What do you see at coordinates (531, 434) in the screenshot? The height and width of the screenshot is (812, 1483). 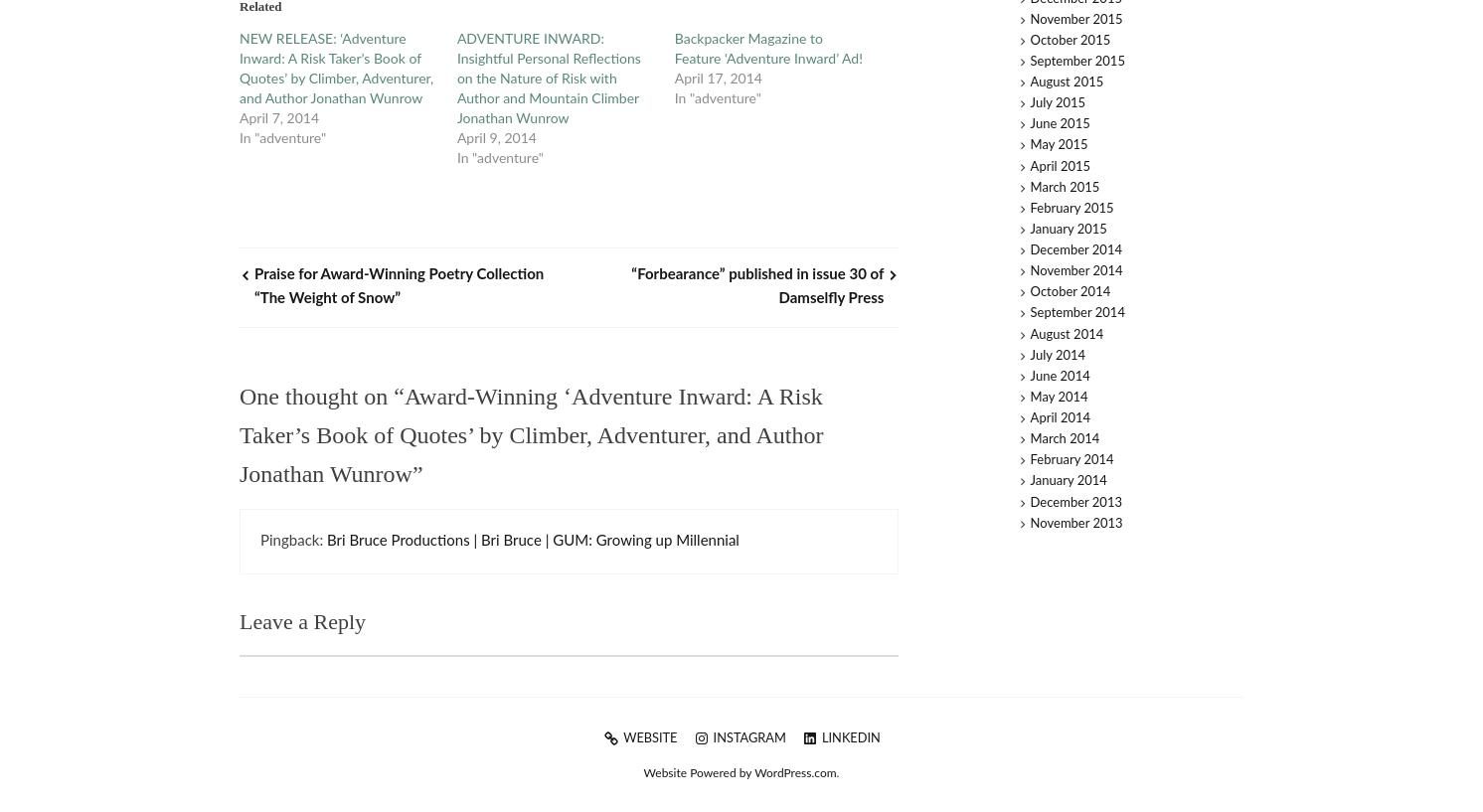 I see `'Award-Winning ‘Adventure Inward: A Risk Taker’s Book of Quotes’ by Climber, Adventurer, and Author Jonathan Wunrow'` at bounding box center [531, 434].